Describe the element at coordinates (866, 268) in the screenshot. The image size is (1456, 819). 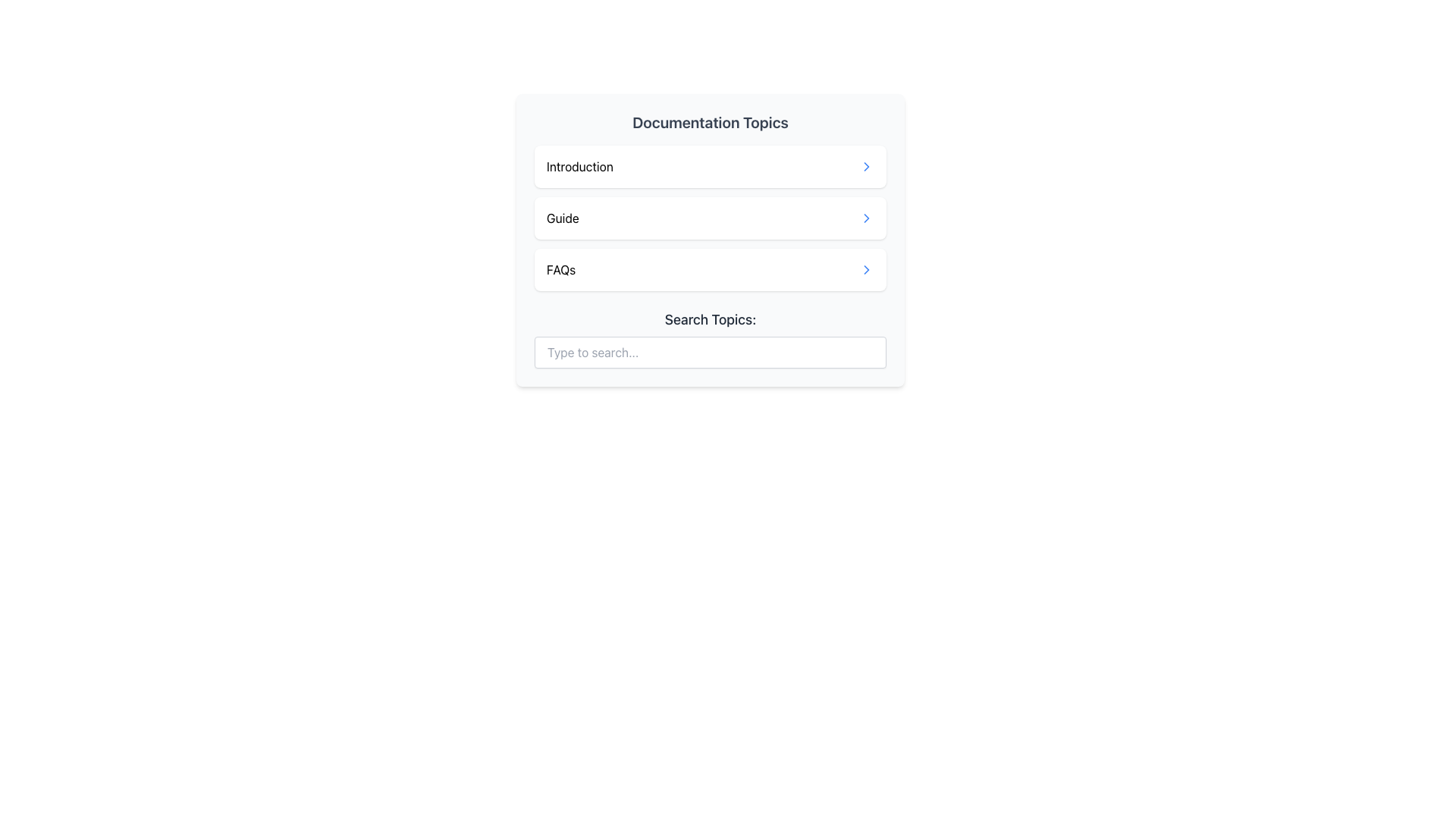
I see `the blue-colored right-facing arrow icon located inside the 'FAQs' button, aligned to the far-right end` at that location.